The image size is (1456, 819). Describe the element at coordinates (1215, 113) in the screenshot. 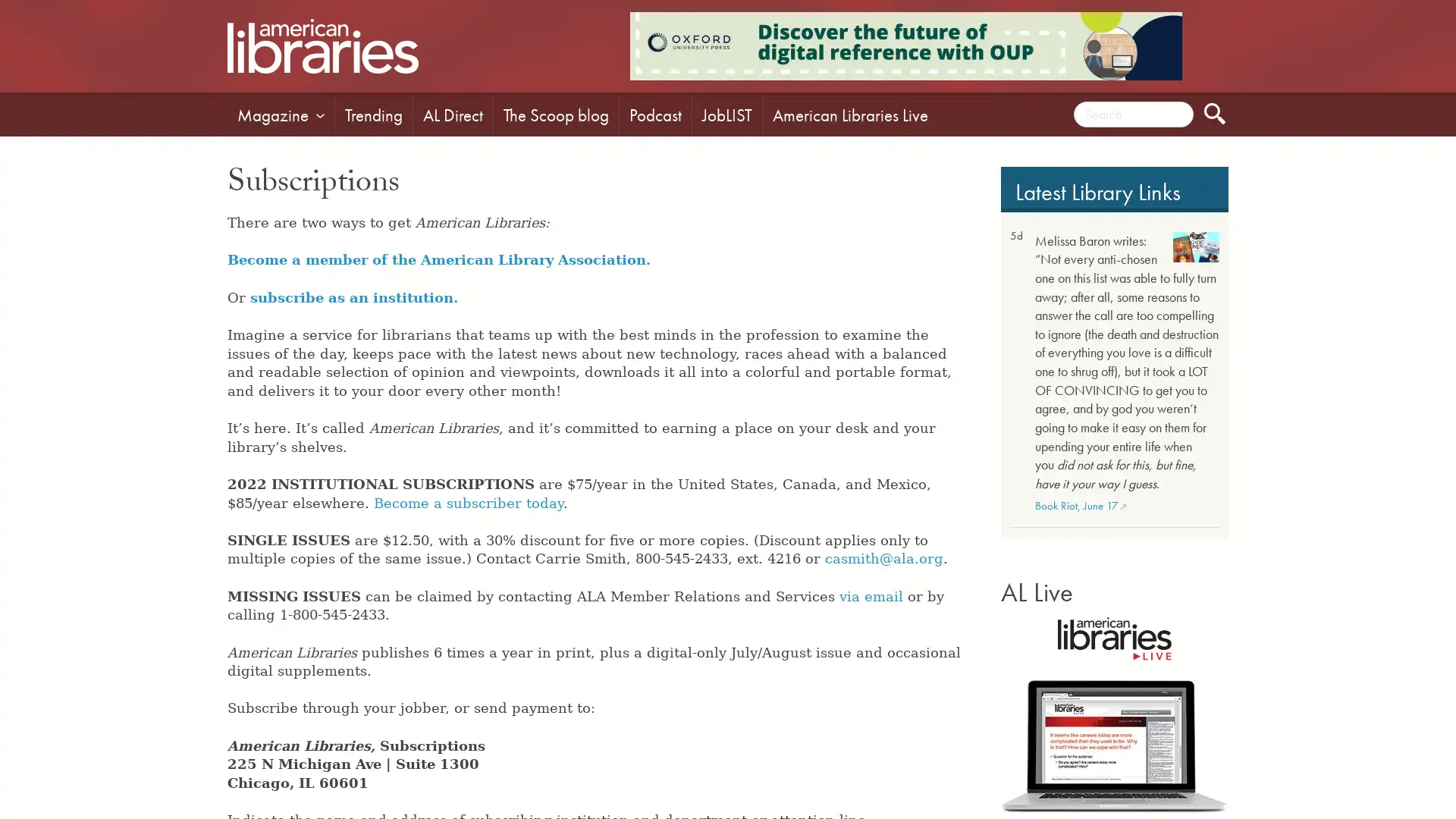

I see `Search` at that location.